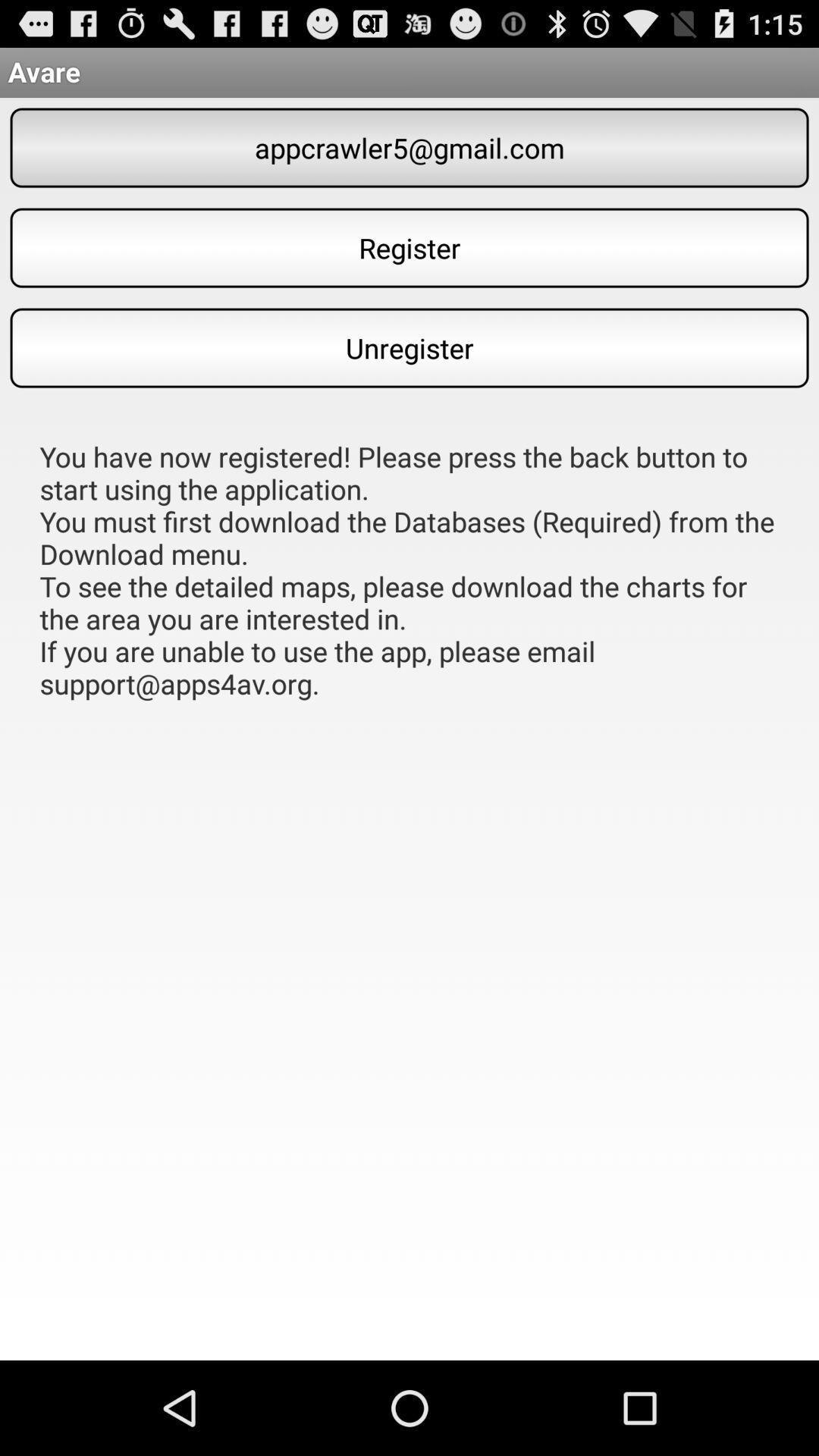  What do you see at coordinates (409, 247) in the screenshot?
I see `register item` at bounding box center [409, 247].